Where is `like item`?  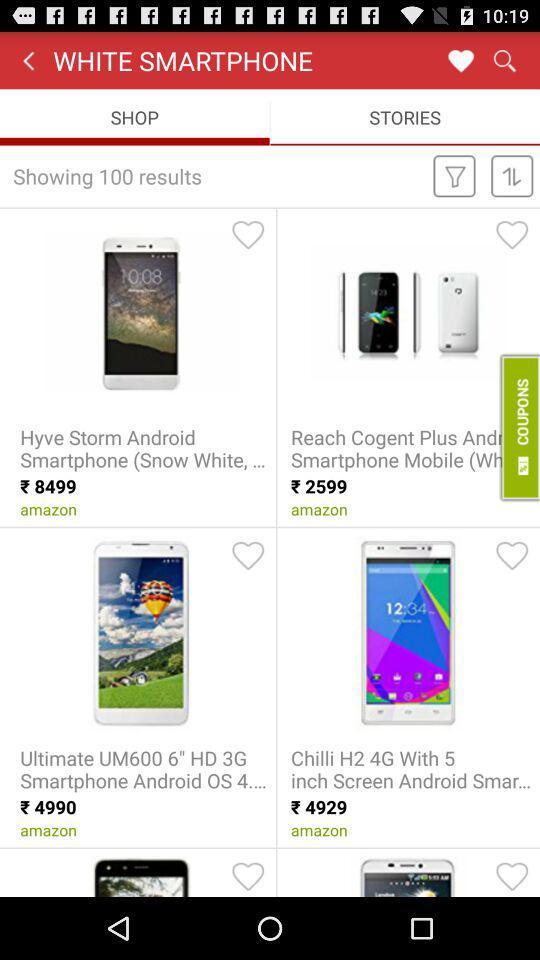 like item is located at coordinates (512, 234).